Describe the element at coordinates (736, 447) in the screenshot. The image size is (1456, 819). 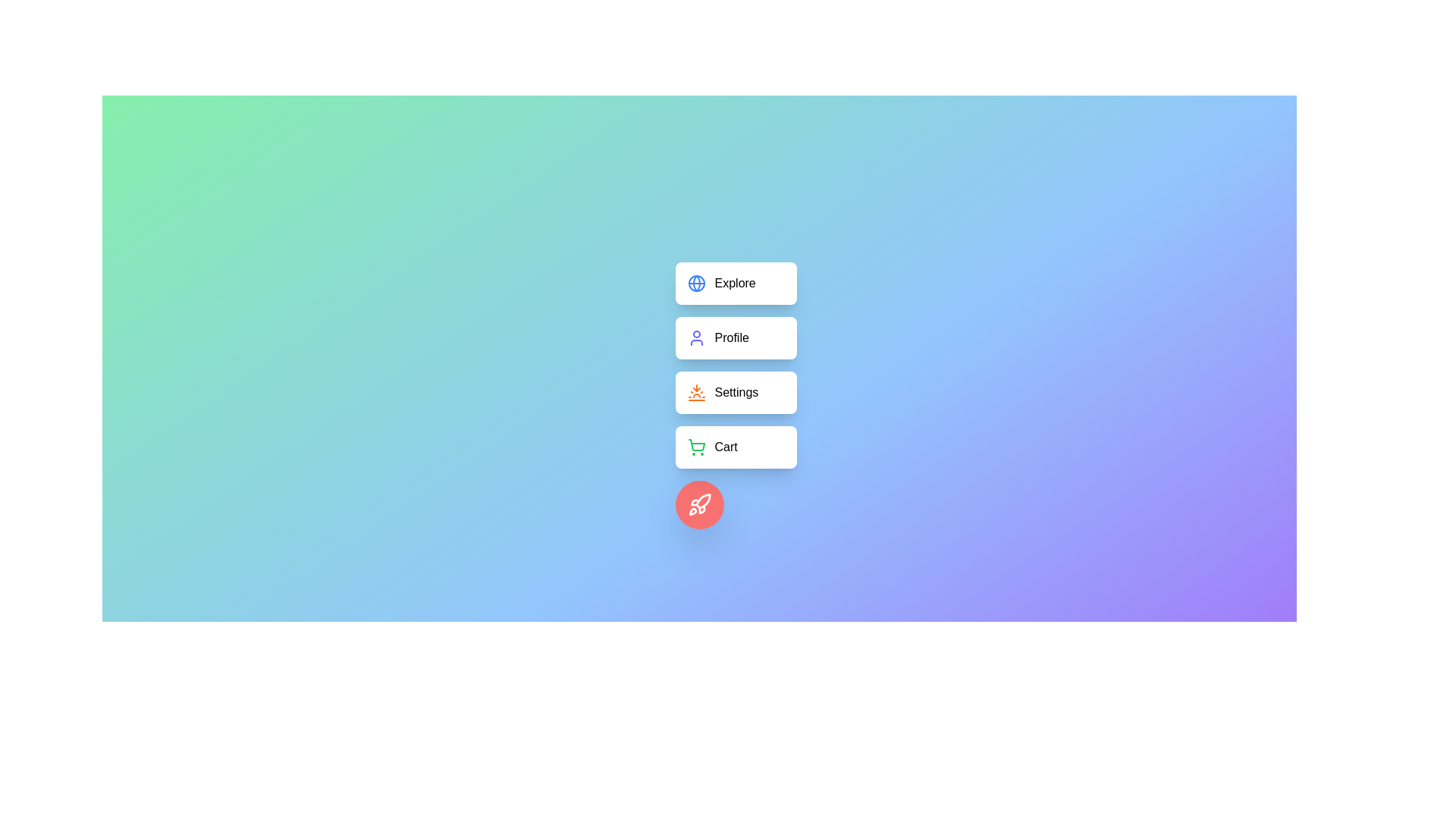
I see `the 'Cart' button to select it` at that location.